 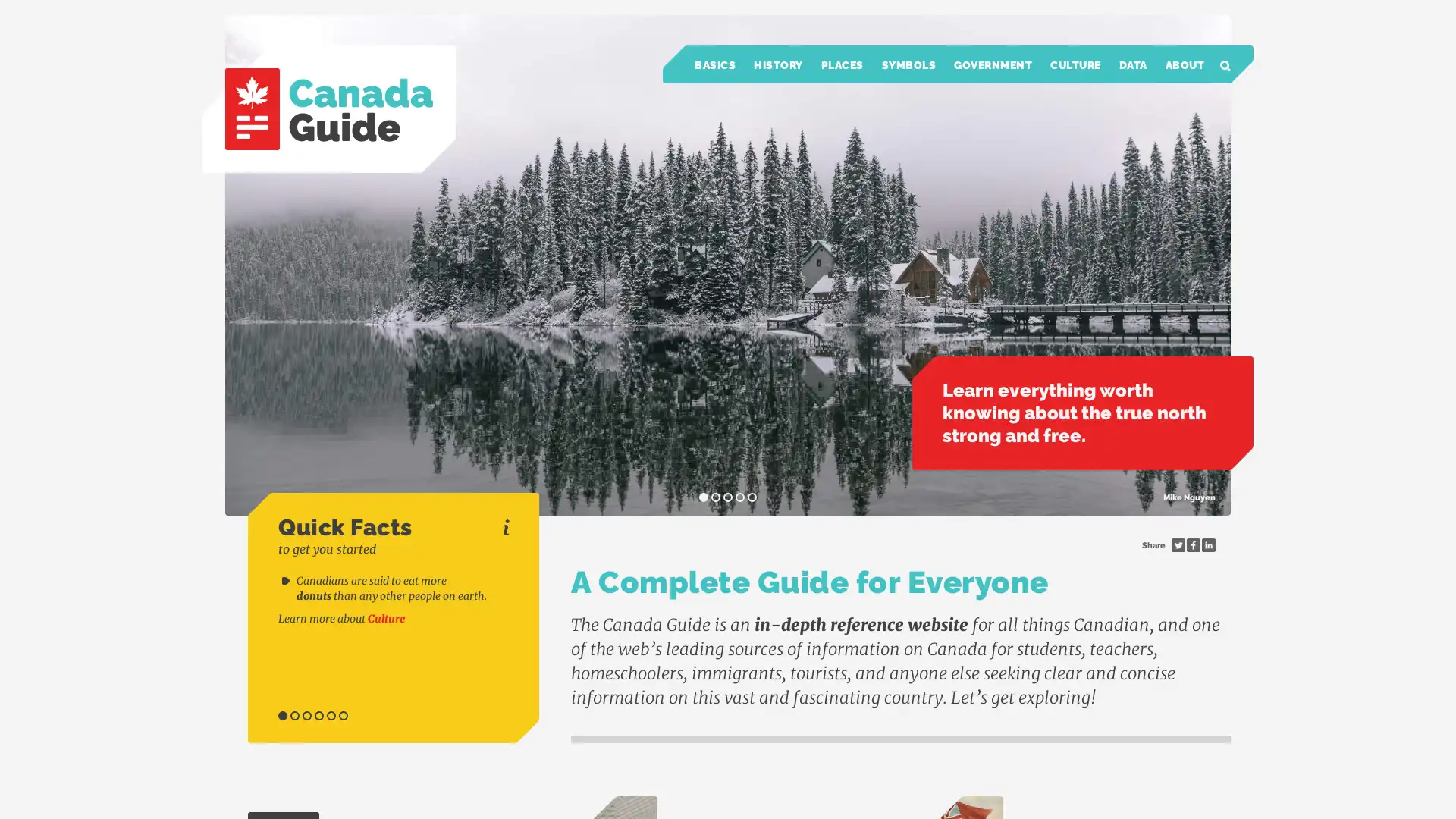 I want to click on Go to slide 6, so click(x=342, y=716).